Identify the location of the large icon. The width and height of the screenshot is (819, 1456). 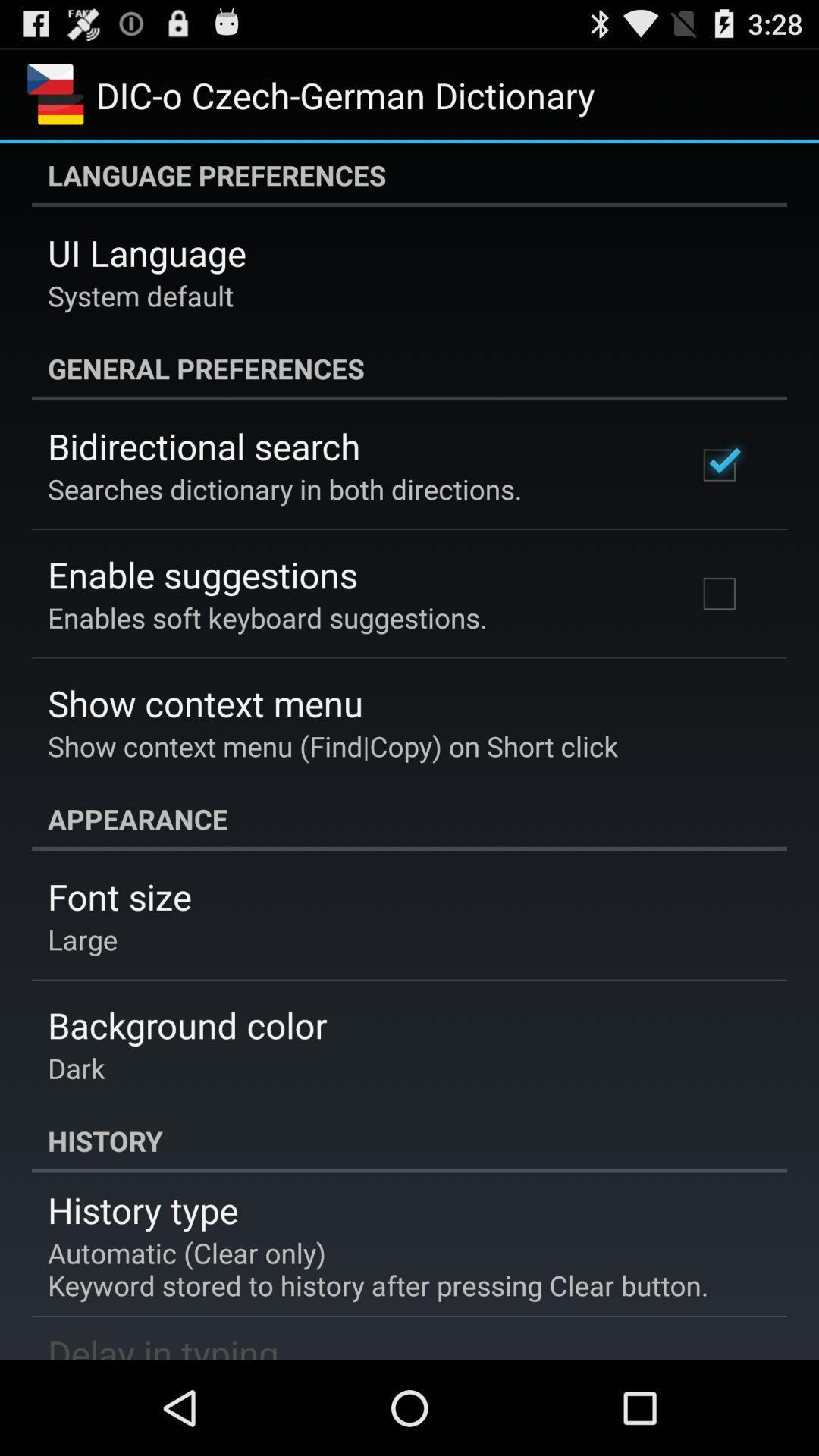
(83, 938).